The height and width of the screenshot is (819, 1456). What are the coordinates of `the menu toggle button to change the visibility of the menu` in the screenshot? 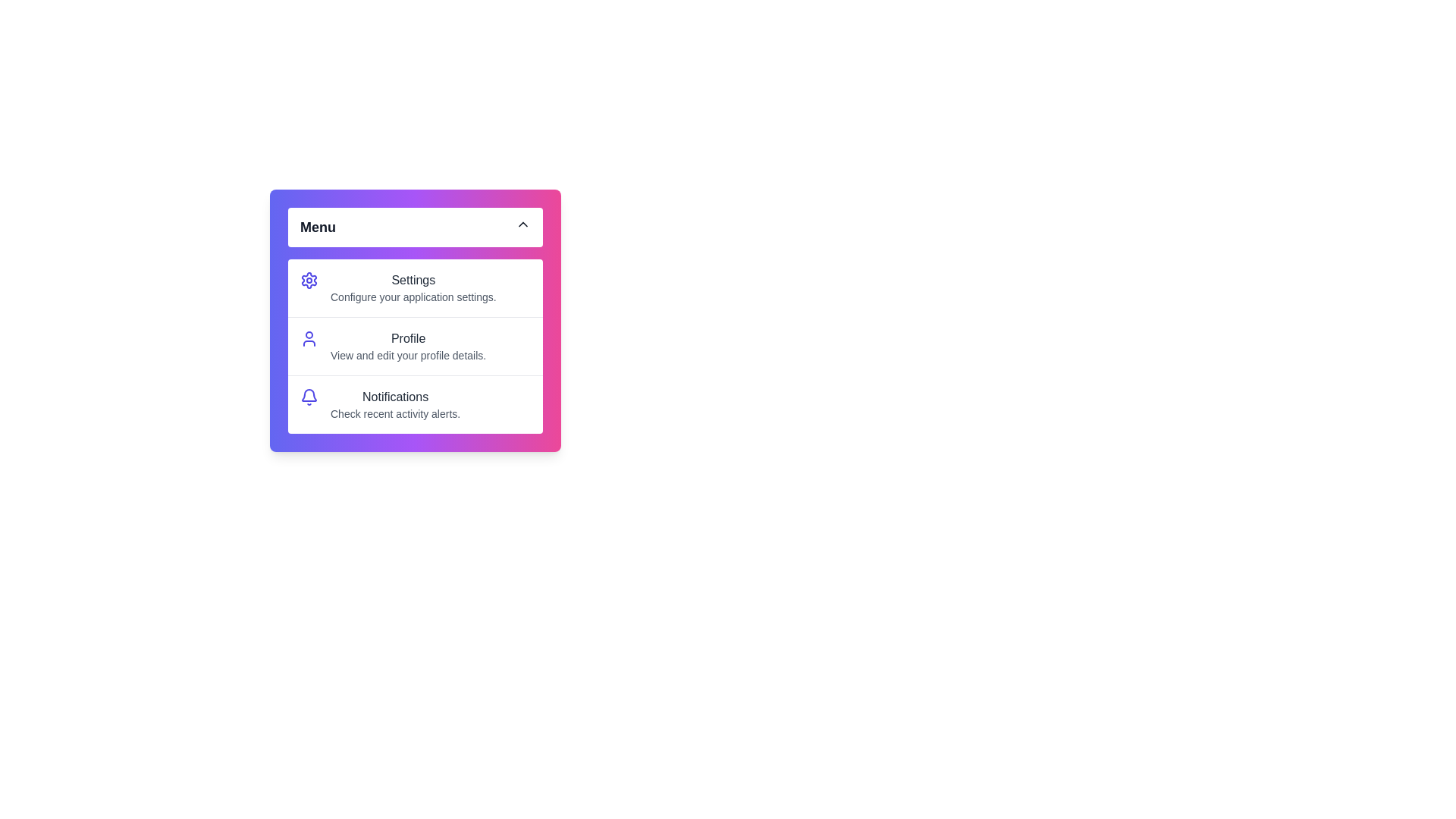 It's located at (415, 227).